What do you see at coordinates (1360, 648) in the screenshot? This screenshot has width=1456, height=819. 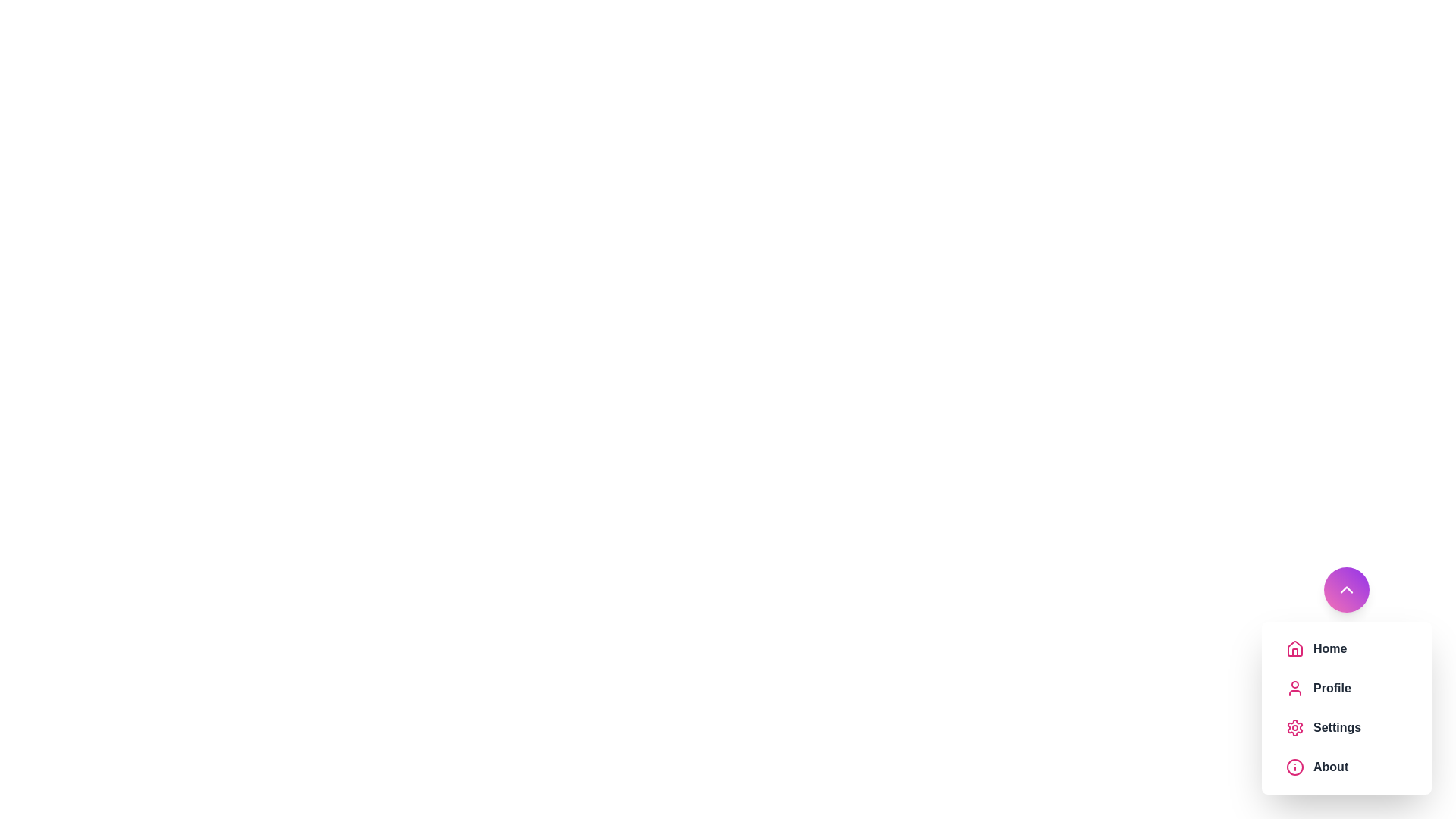 I see `the menu item labeled Home` at bounding box center [1360, 648].